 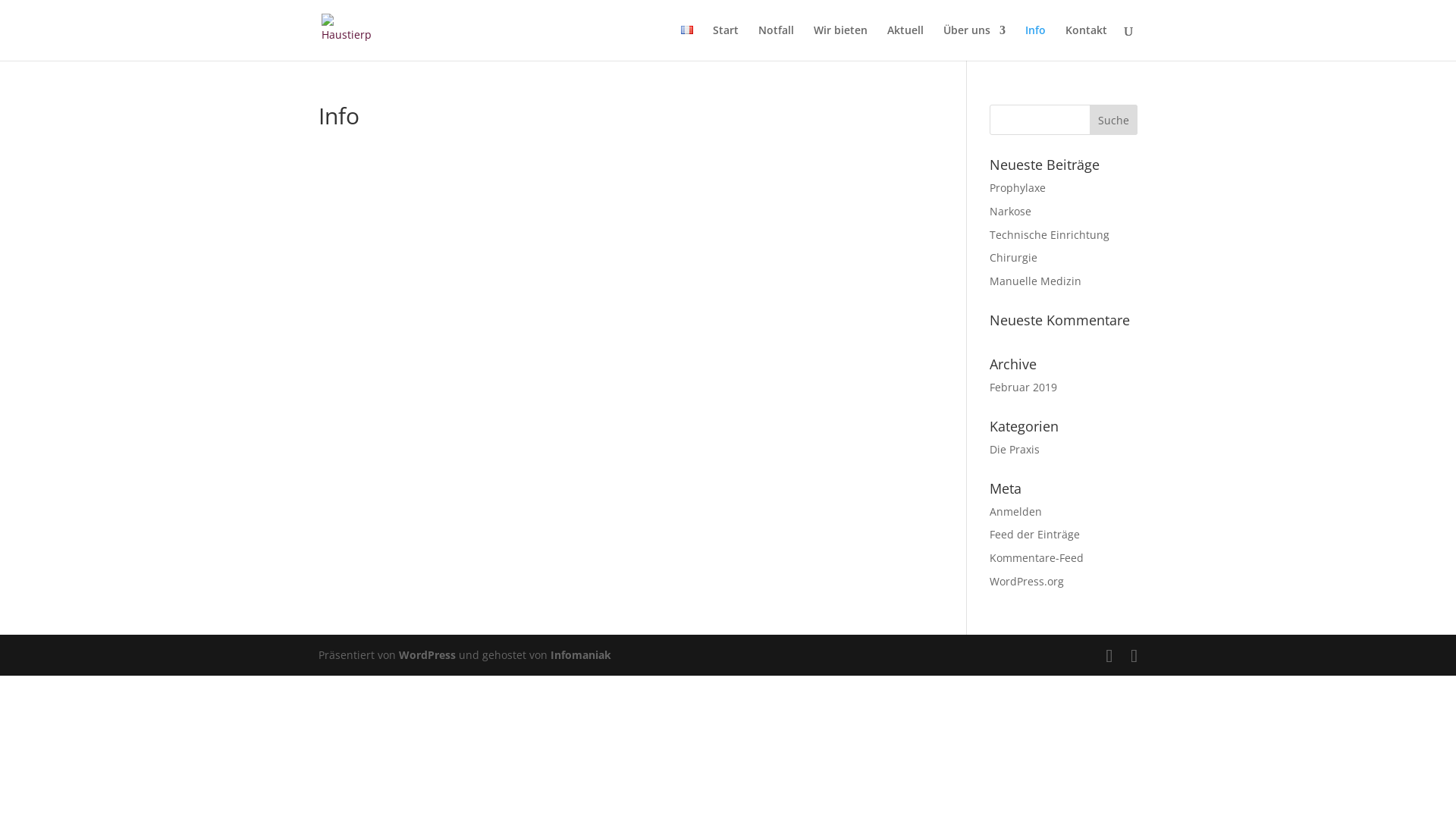 I want to click on 'Kommentare-Feed', so click(x=1036, y=557).